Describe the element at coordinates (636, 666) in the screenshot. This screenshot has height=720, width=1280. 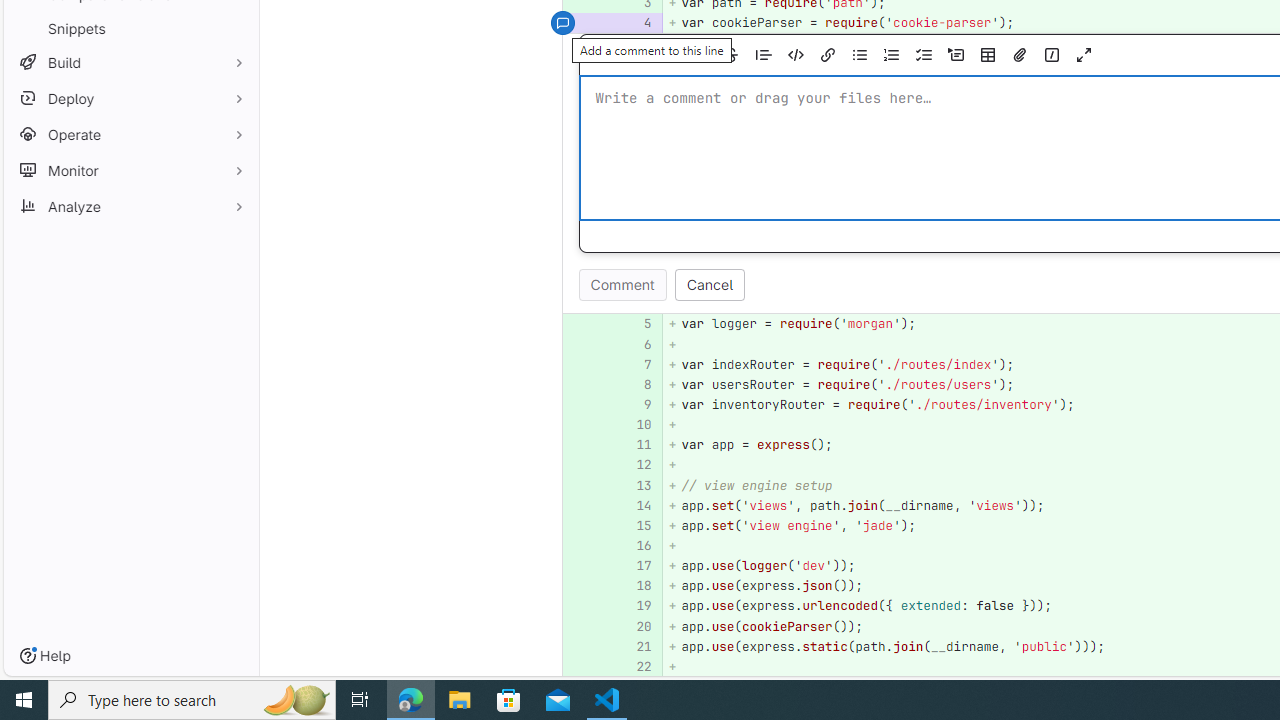
I see `'22'` at that location.